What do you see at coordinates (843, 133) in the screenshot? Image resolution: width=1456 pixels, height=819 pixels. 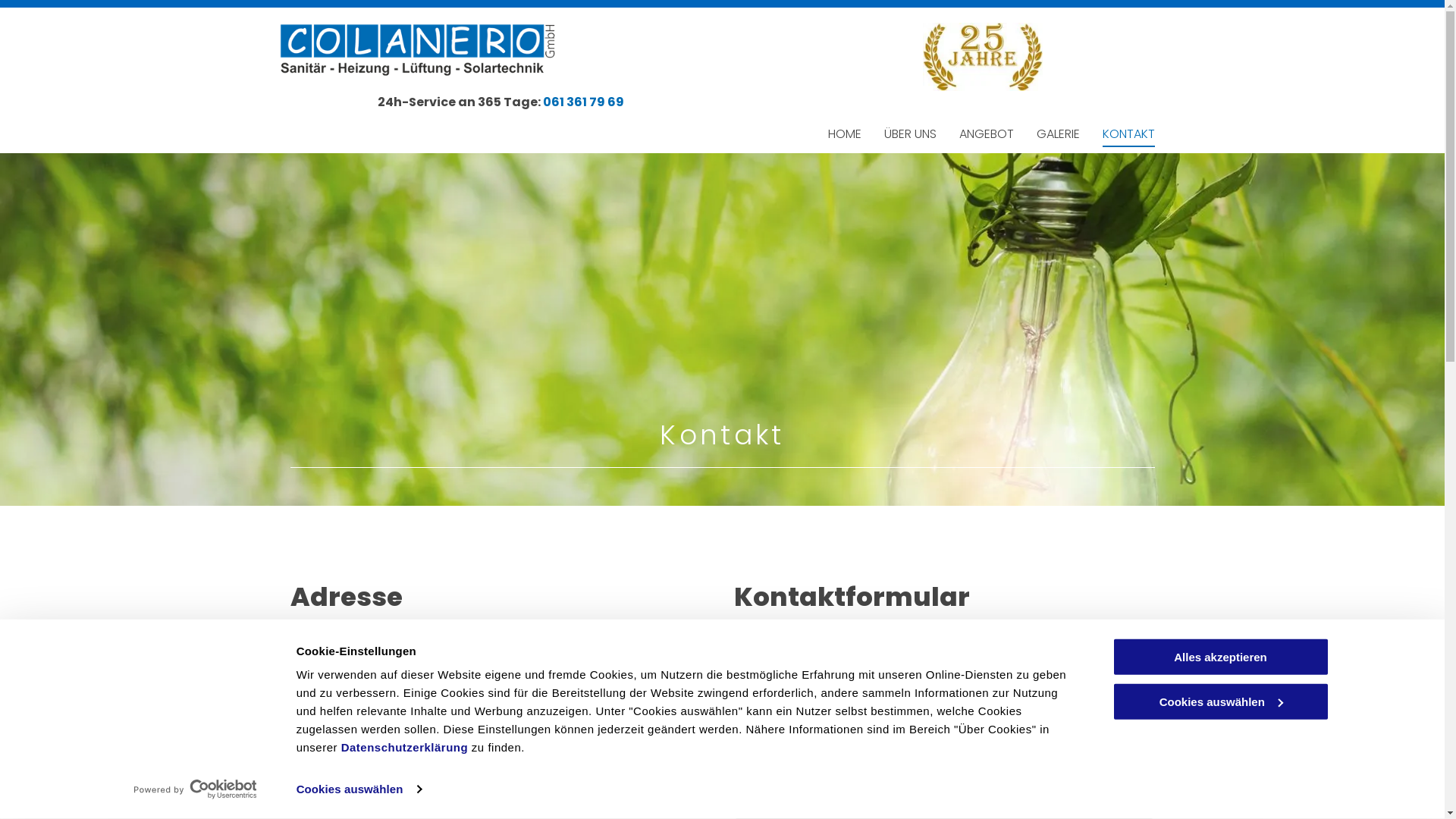 I see `'HOME'` at bounding box center [843, 133].